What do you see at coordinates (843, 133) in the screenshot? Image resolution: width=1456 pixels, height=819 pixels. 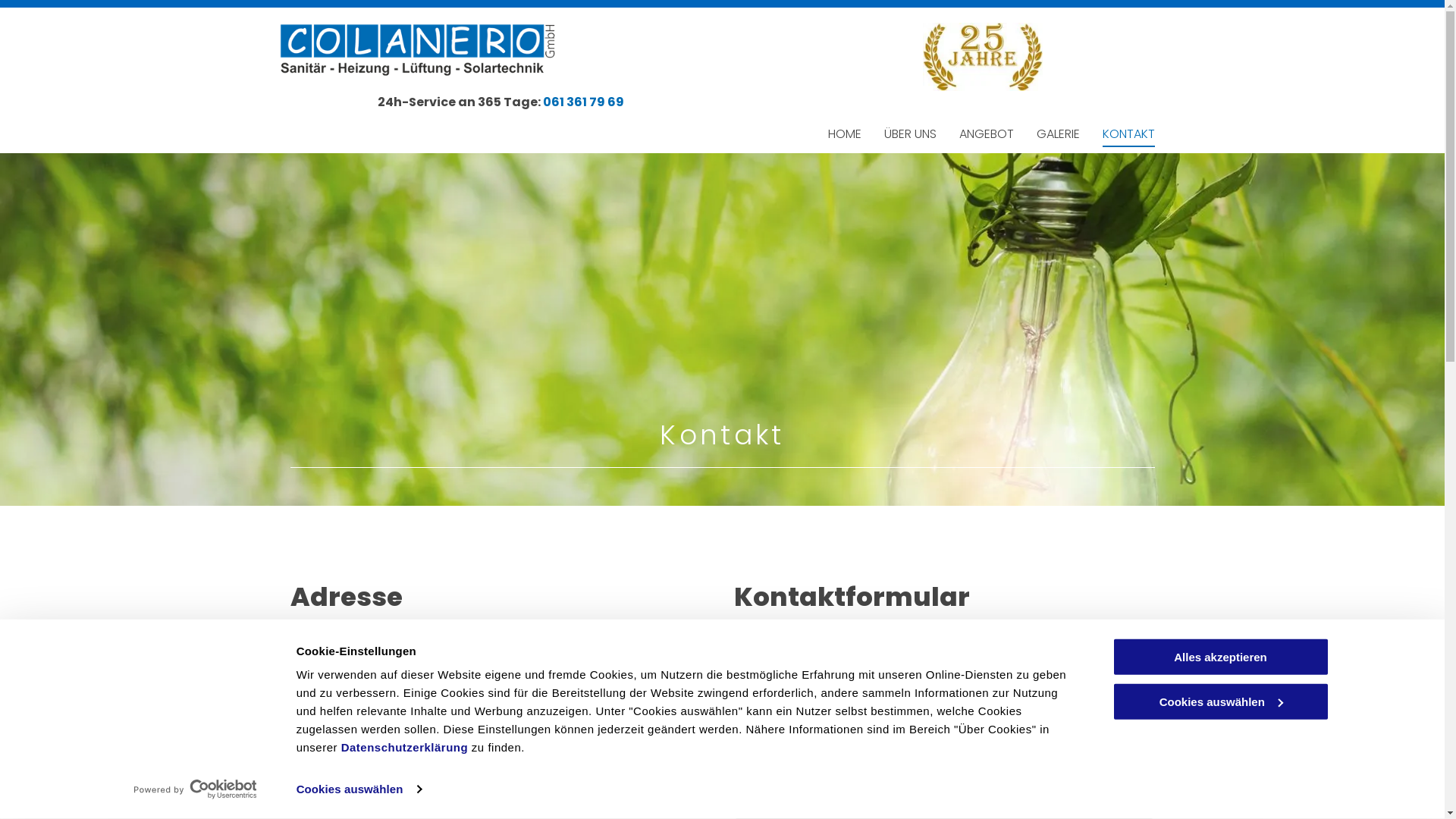 I see `'HOME'` at bounding box center [843, 133].